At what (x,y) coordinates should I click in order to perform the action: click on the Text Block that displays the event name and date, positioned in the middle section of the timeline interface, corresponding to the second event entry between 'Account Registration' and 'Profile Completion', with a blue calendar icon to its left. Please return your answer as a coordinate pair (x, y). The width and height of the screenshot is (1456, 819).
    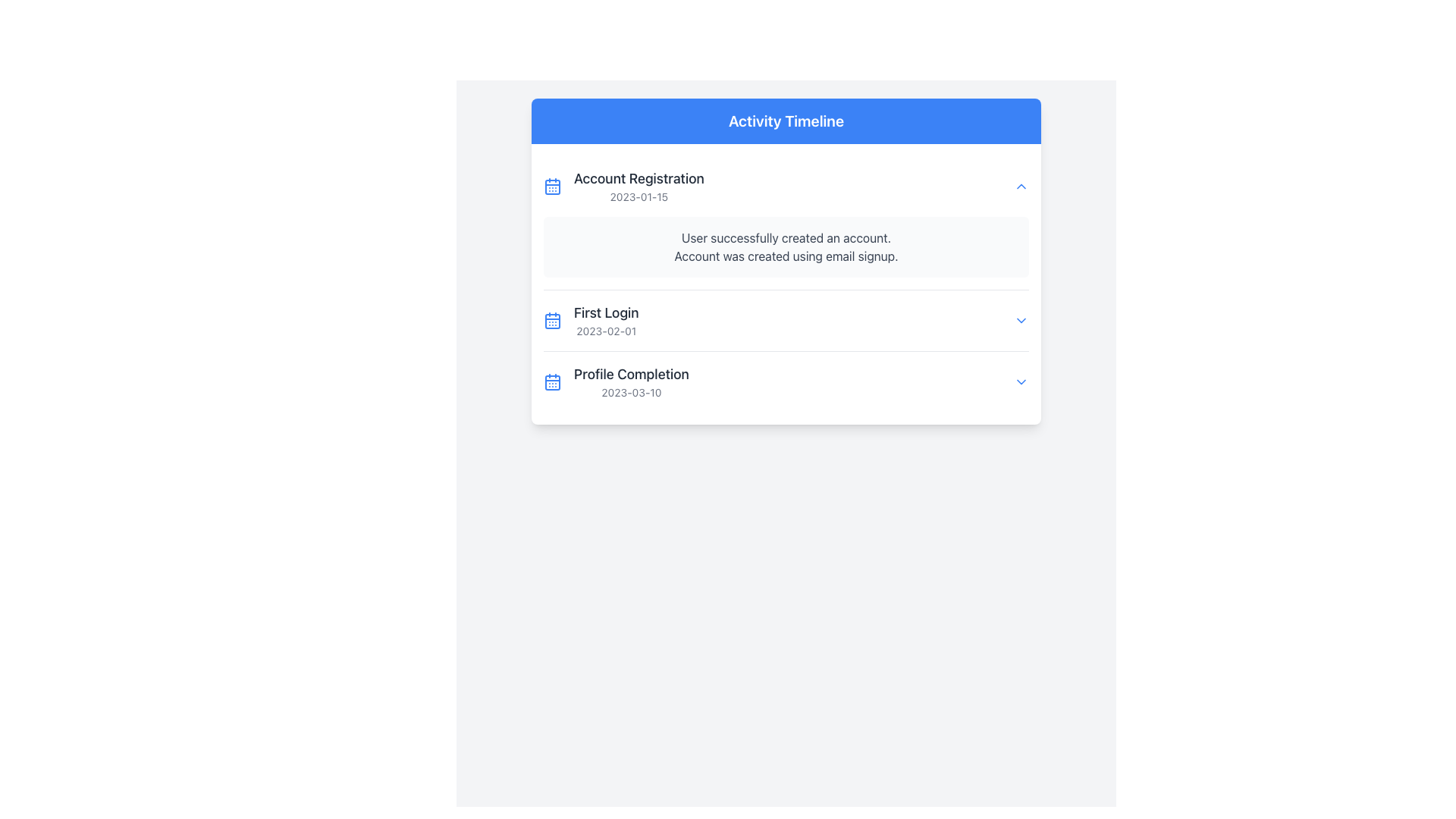
    Looking at the image, I should click on (605, 320).